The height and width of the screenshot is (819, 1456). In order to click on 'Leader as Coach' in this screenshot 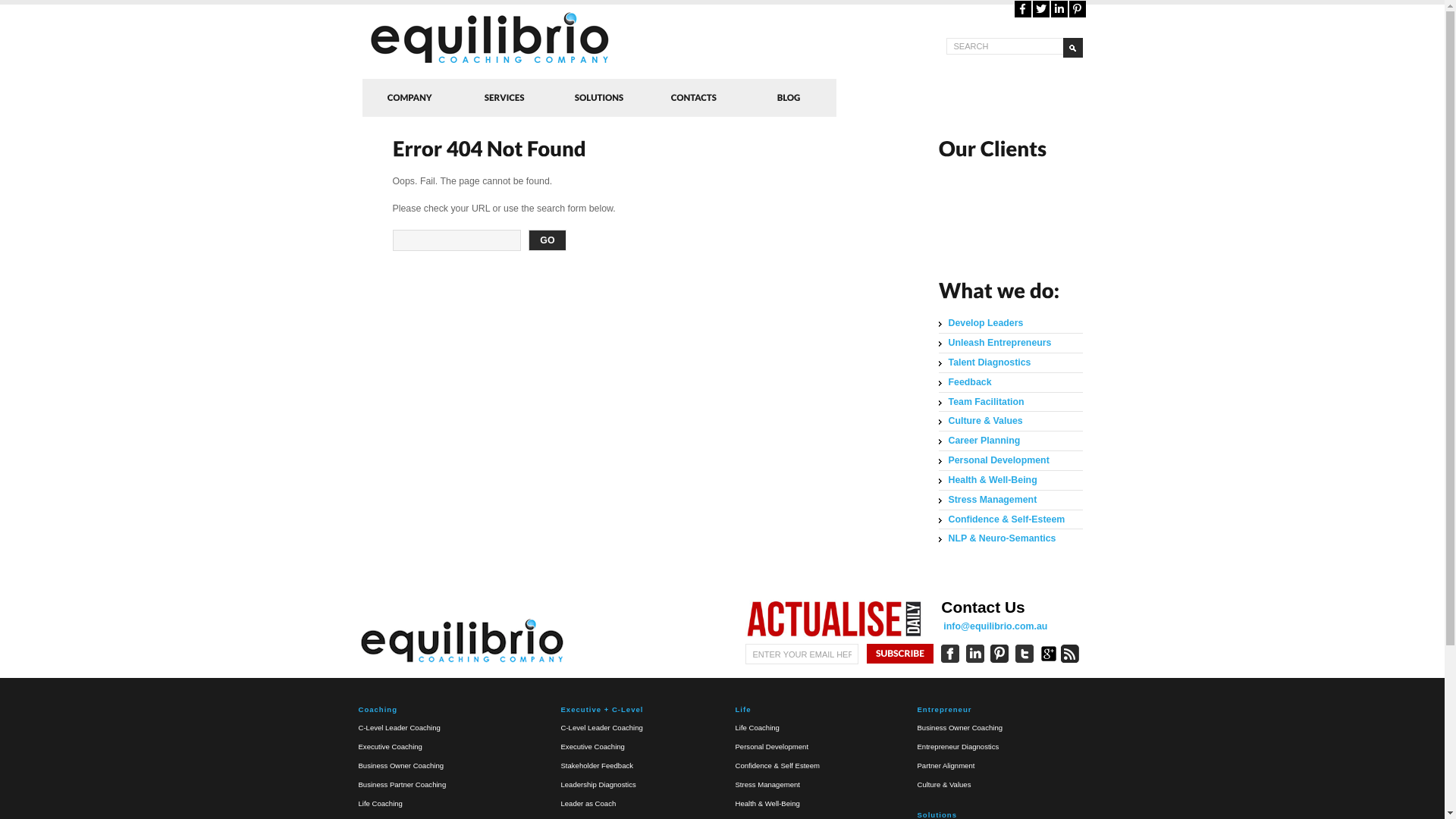, I will do `click(588, 802)`.